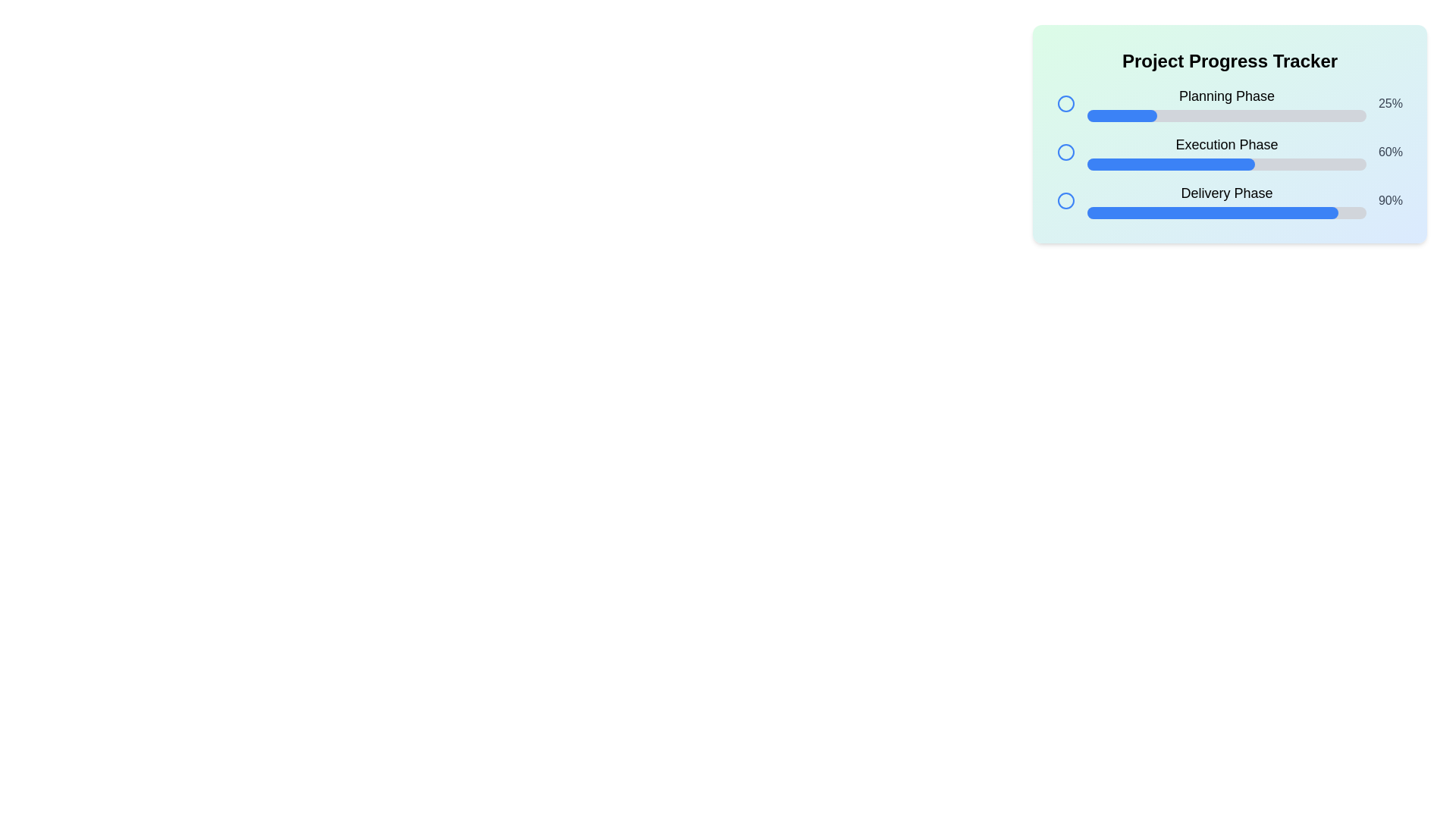 The height and width of the screenshot is (819, 1456). What do you see at coordinates (1065, 152) in the screenshot?
I see `the unselected radio button indicating the 'Execution Phase' status in the project progress tracker` at bounding box center [1065, 152].